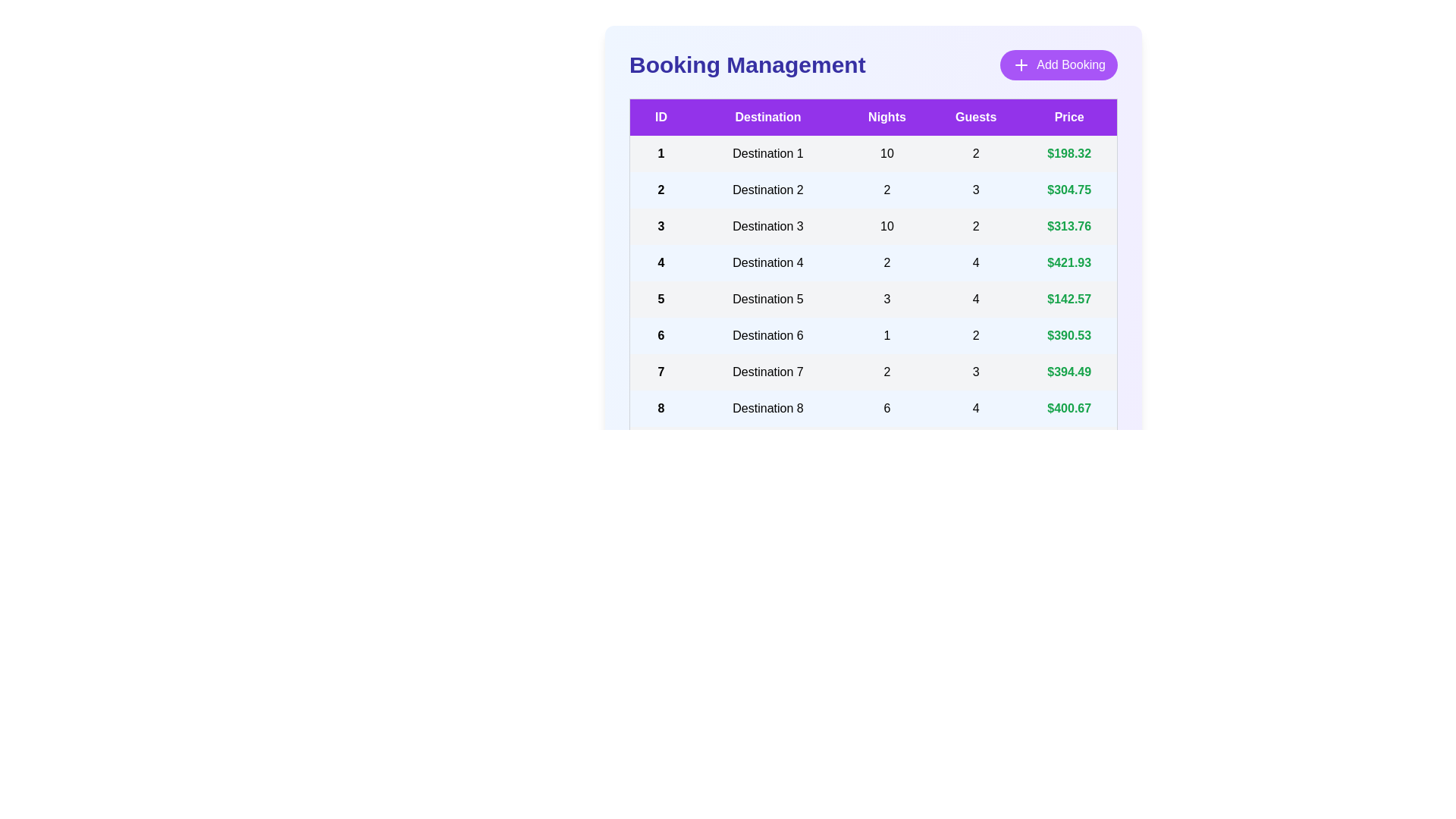 This screenshot has height=819, width=1456. What do you see at coordinates (767, 116) in the screenshot?
I see `the column header Destination to sort the table by that column` at bounding box center [767, 116].